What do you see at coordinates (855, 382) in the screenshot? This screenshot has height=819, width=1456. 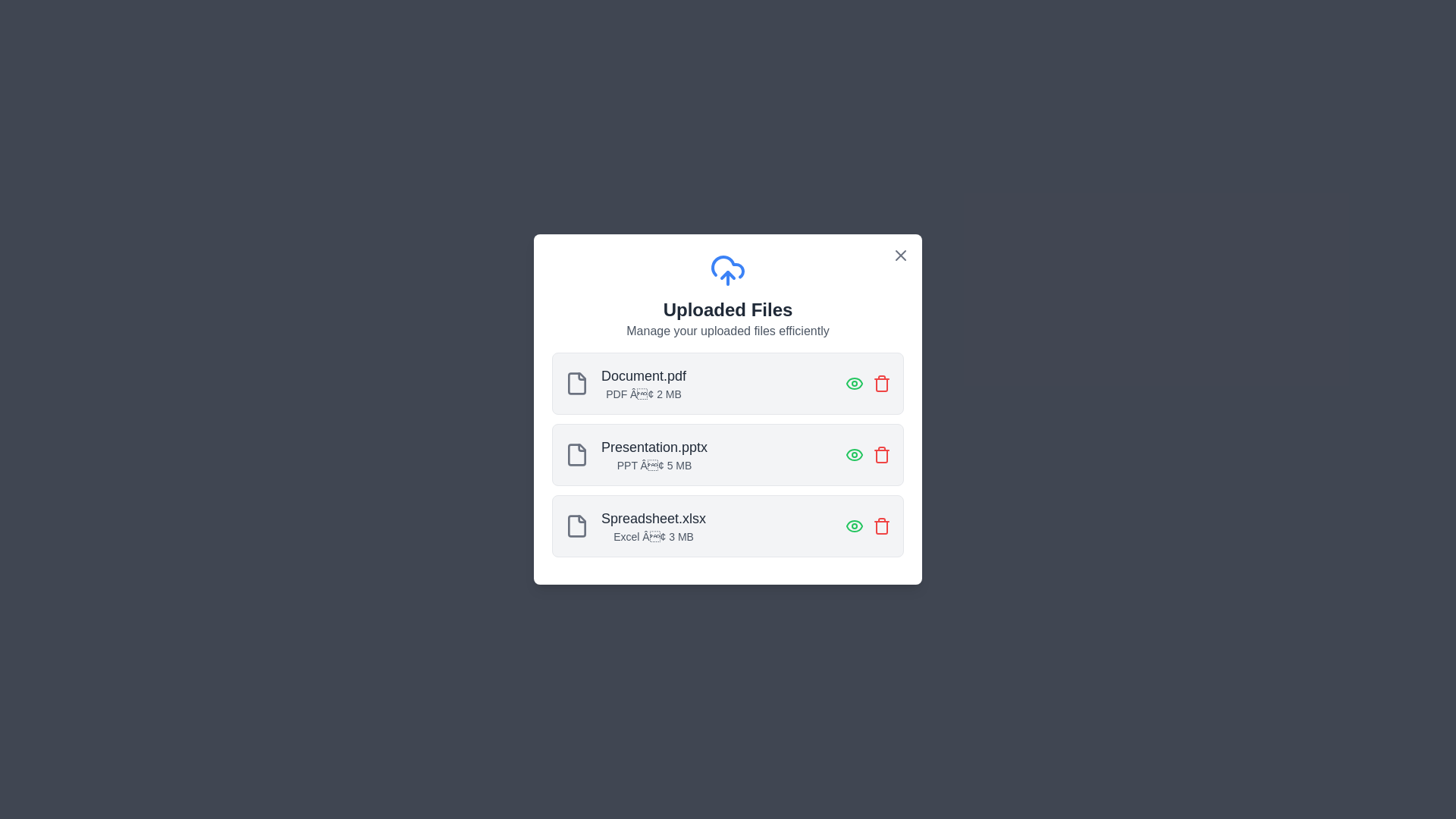 I see `the green eye icon for visibility preview, located to the right of 'Document.pdf' in the uploaded files list` at bounding box center [855, 382].